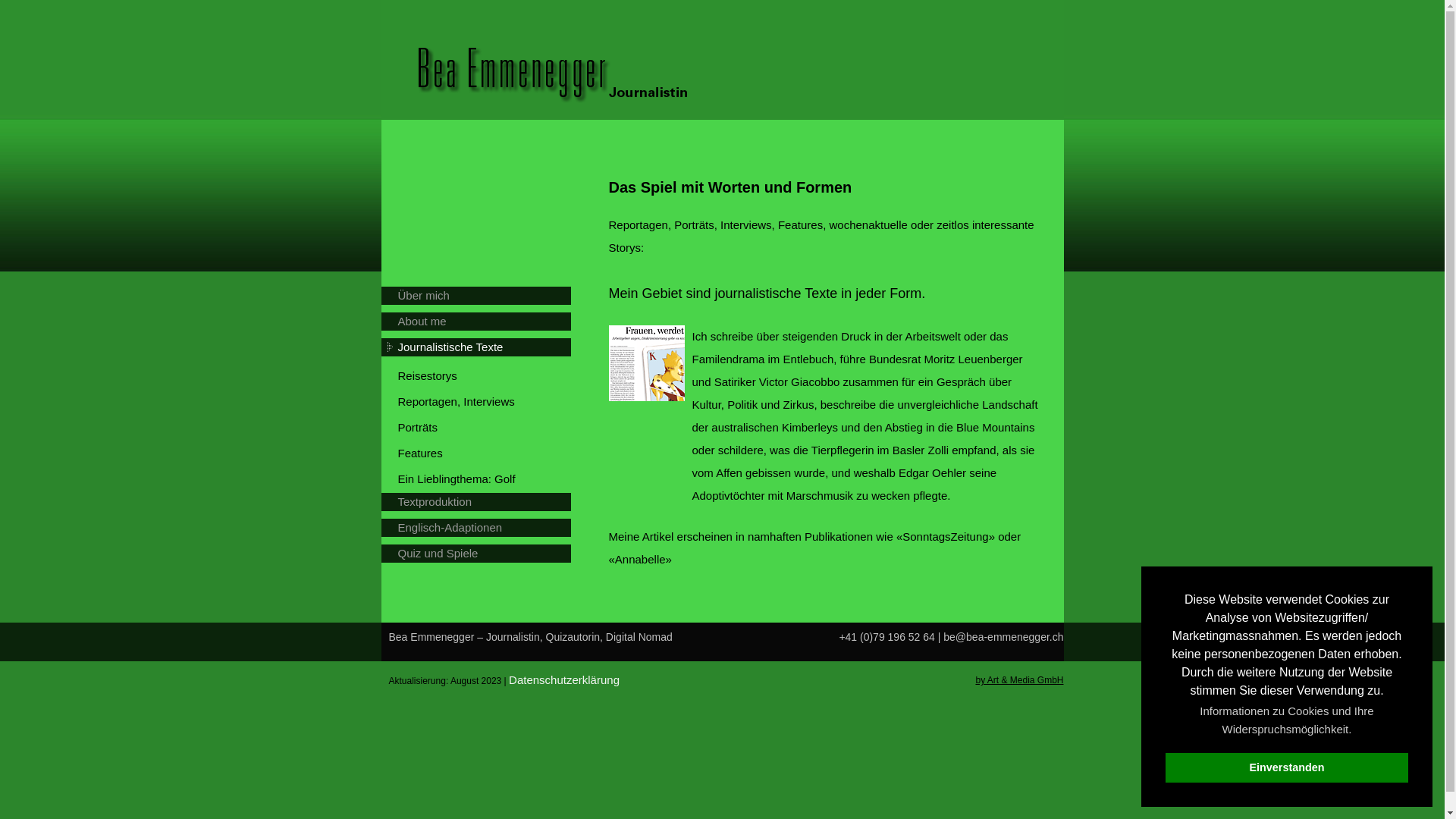  What do you see at coordinates (1164, 767) in the screenshot?
I see `'Einverstanden'` at bounding box center [1164, 767].